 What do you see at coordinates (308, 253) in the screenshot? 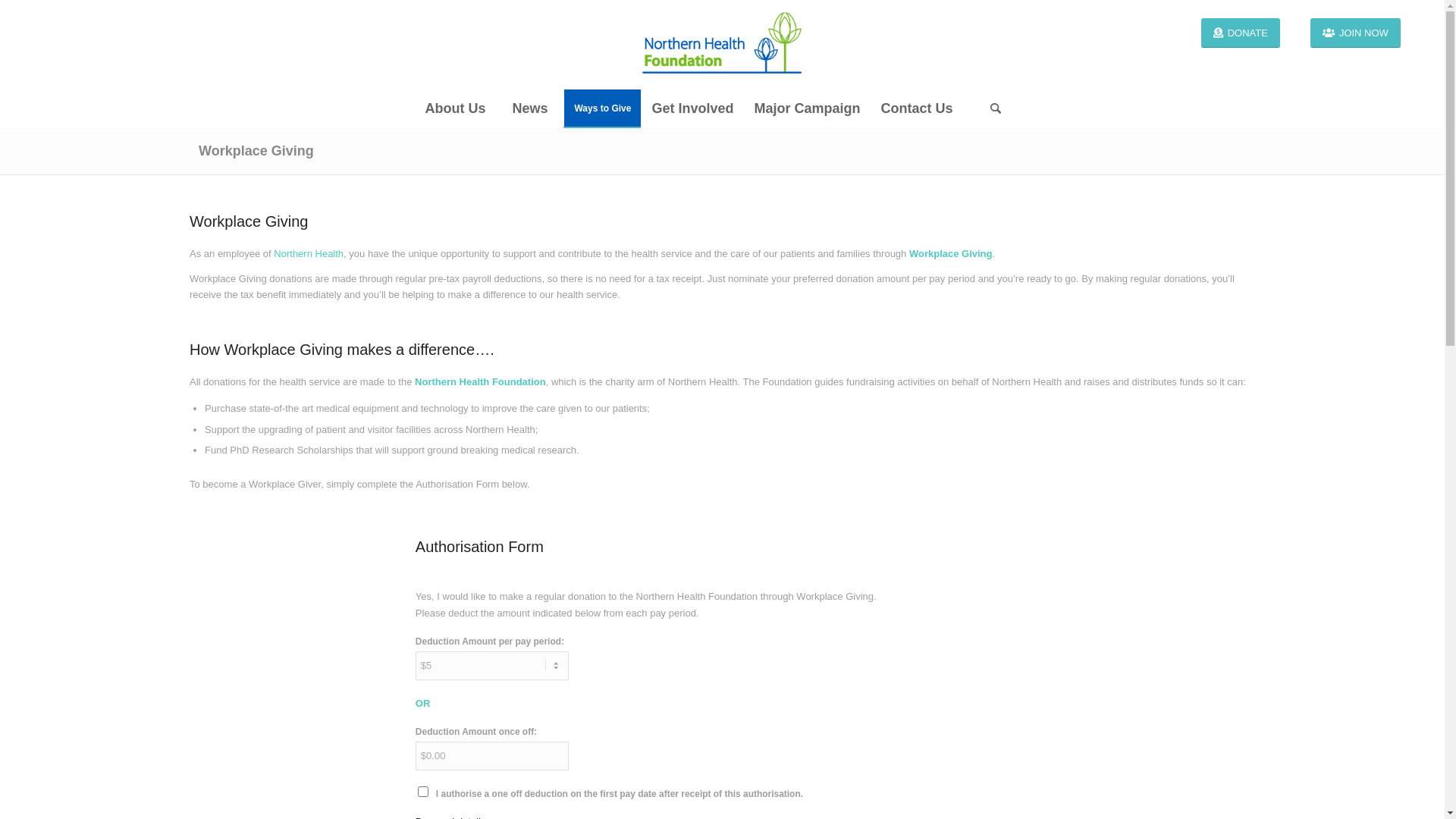
I see `'Northern Health'` at bounding box center [308, 253].